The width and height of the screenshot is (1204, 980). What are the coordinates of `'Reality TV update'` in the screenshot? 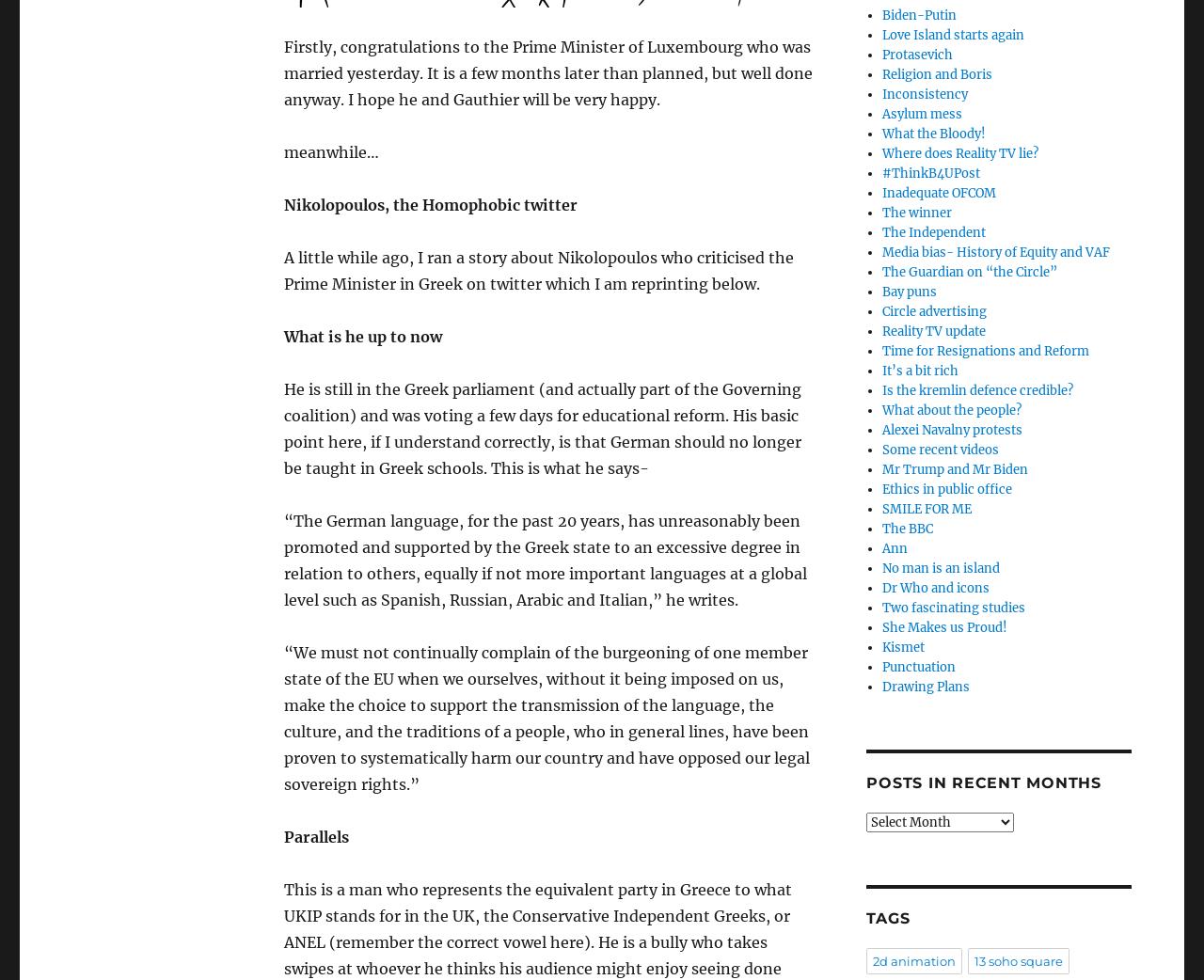 It's located at (933, 330).